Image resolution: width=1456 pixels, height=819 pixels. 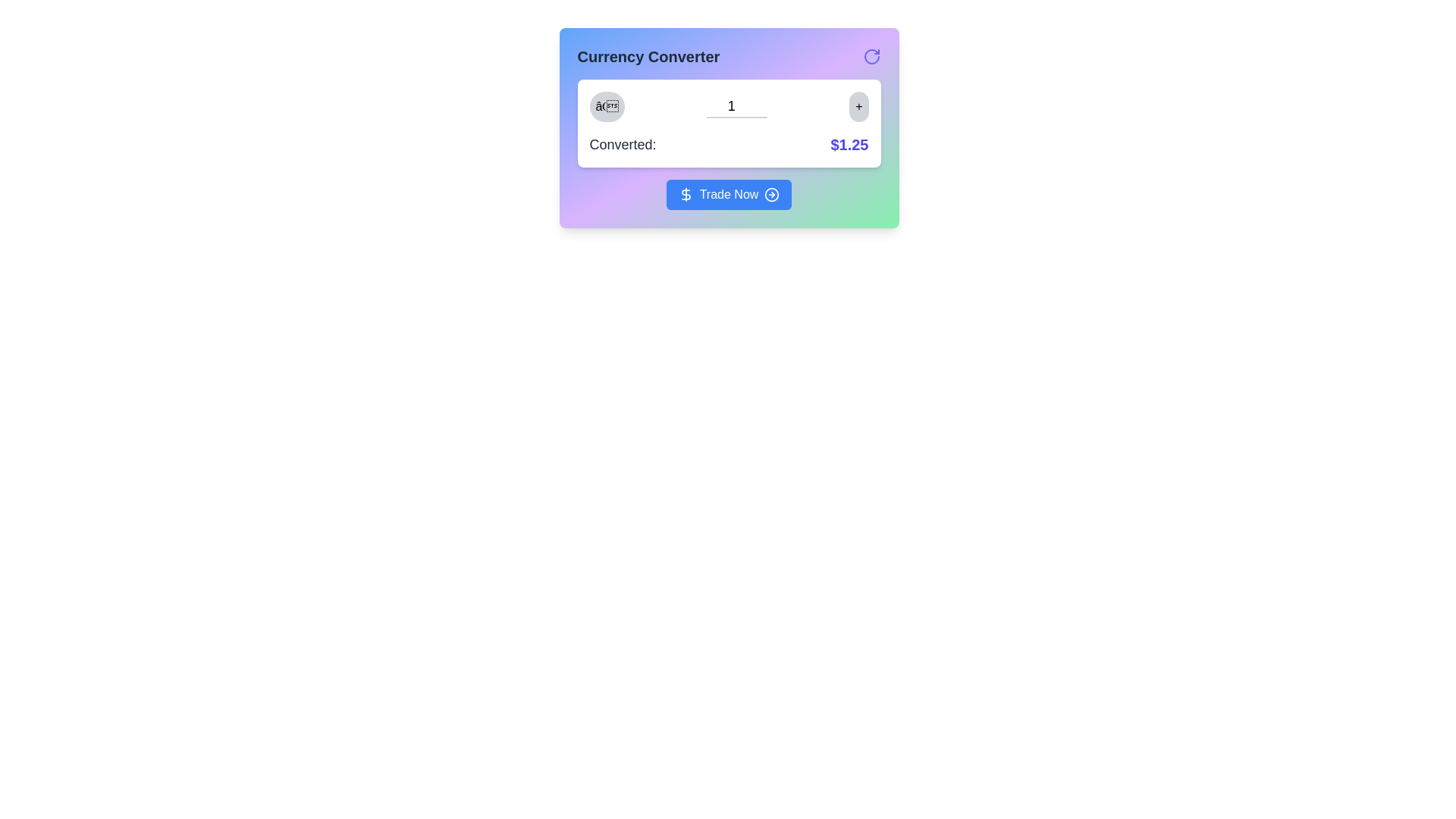 What do you see at coordinates (858, 106) in the screenshot?
I see `the increment button located at the far-right end of the quantity adjustment section to increase the numerical value in the adjacent input field` at bounding box center [858, 106].